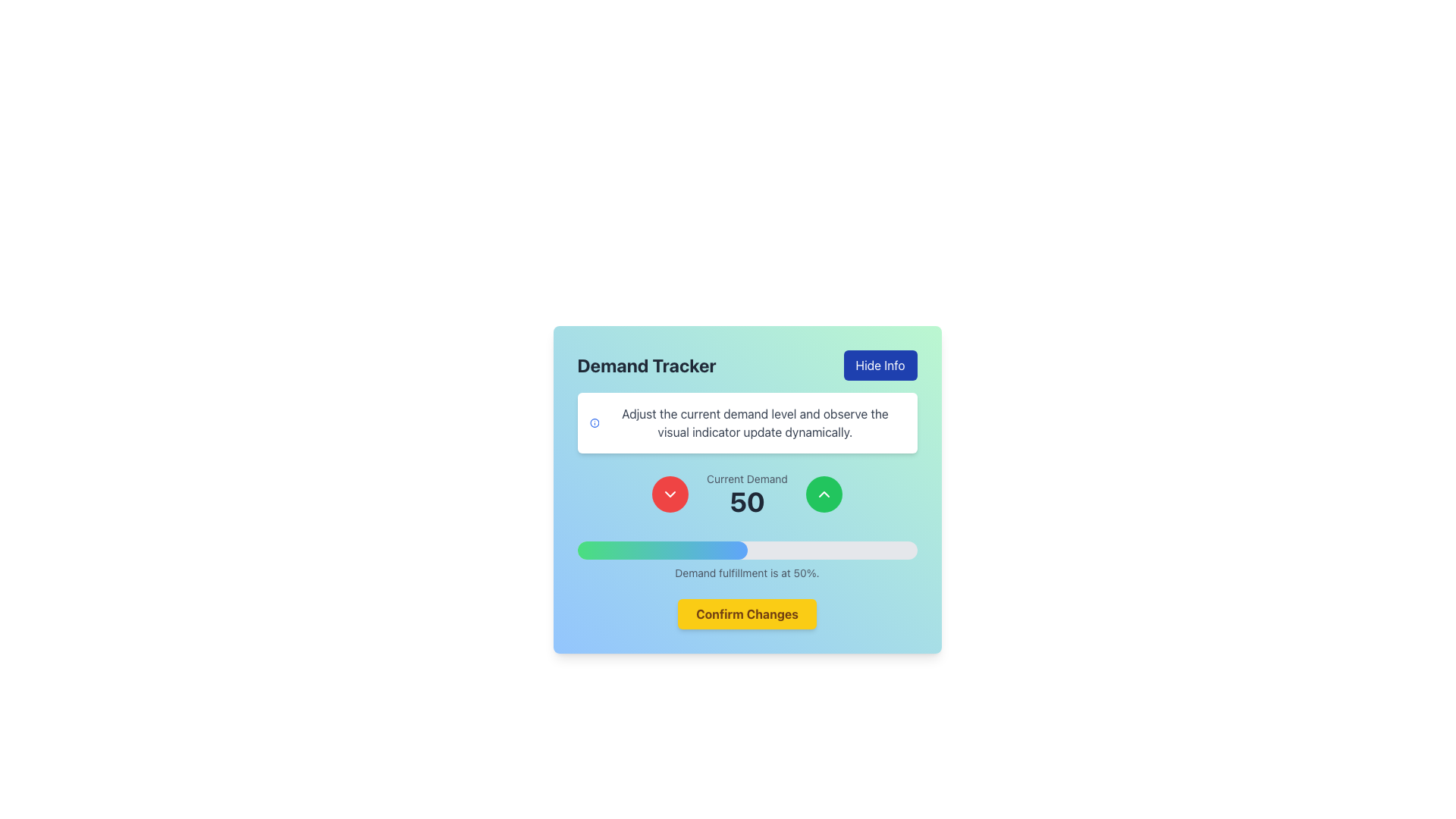 The image size is (1456, 819). I want to click on the circular green button with a white chevron icon located on the right side of the 'Current Demand' section, so click(823, 494).